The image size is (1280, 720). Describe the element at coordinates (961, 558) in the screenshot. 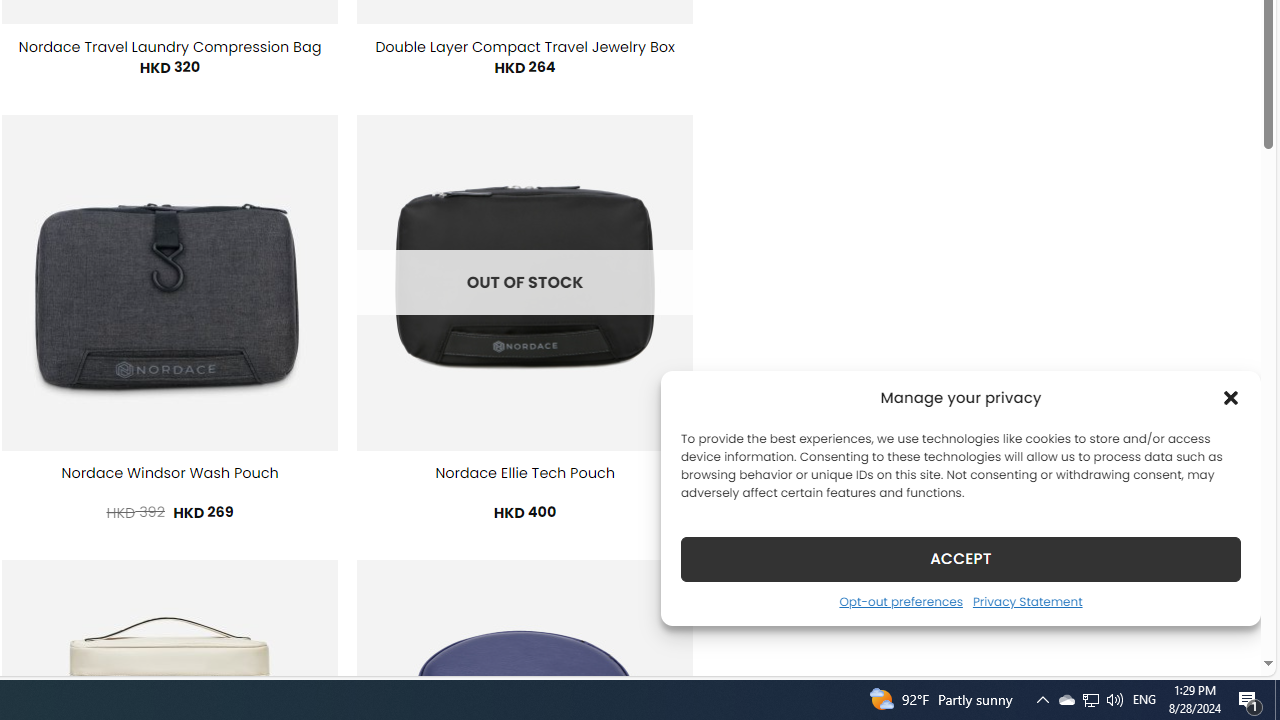

I see `'ACCEPT'` at that location.